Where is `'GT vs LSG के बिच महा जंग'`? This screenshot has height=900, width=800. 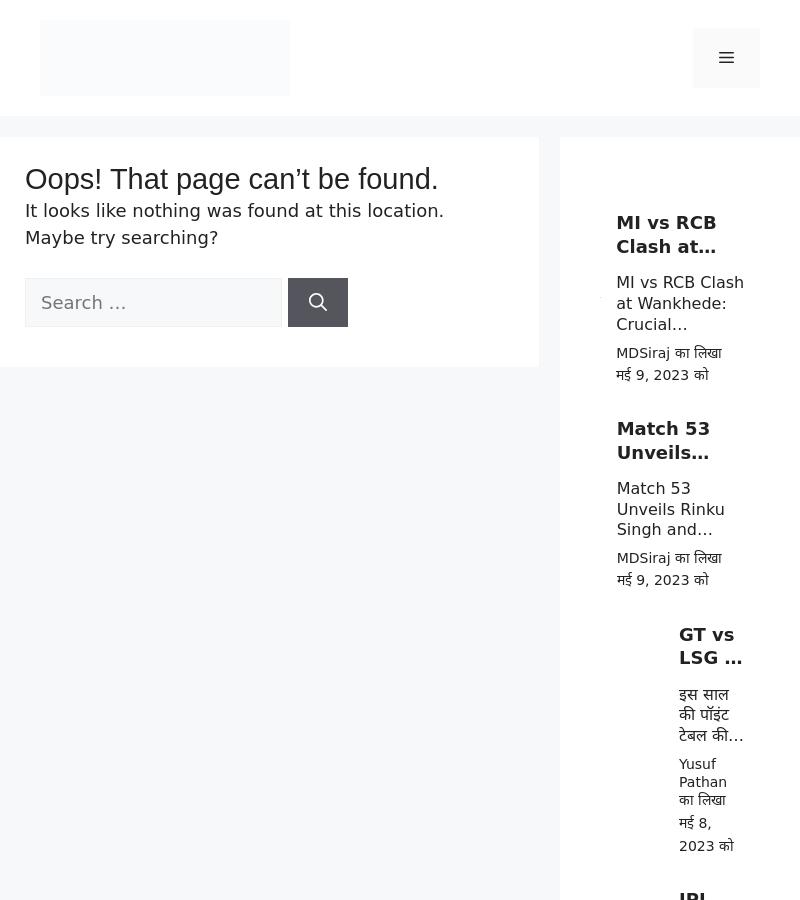
'GT vs LSG के बिच महा जंग' is located at coordinates (707, 668).